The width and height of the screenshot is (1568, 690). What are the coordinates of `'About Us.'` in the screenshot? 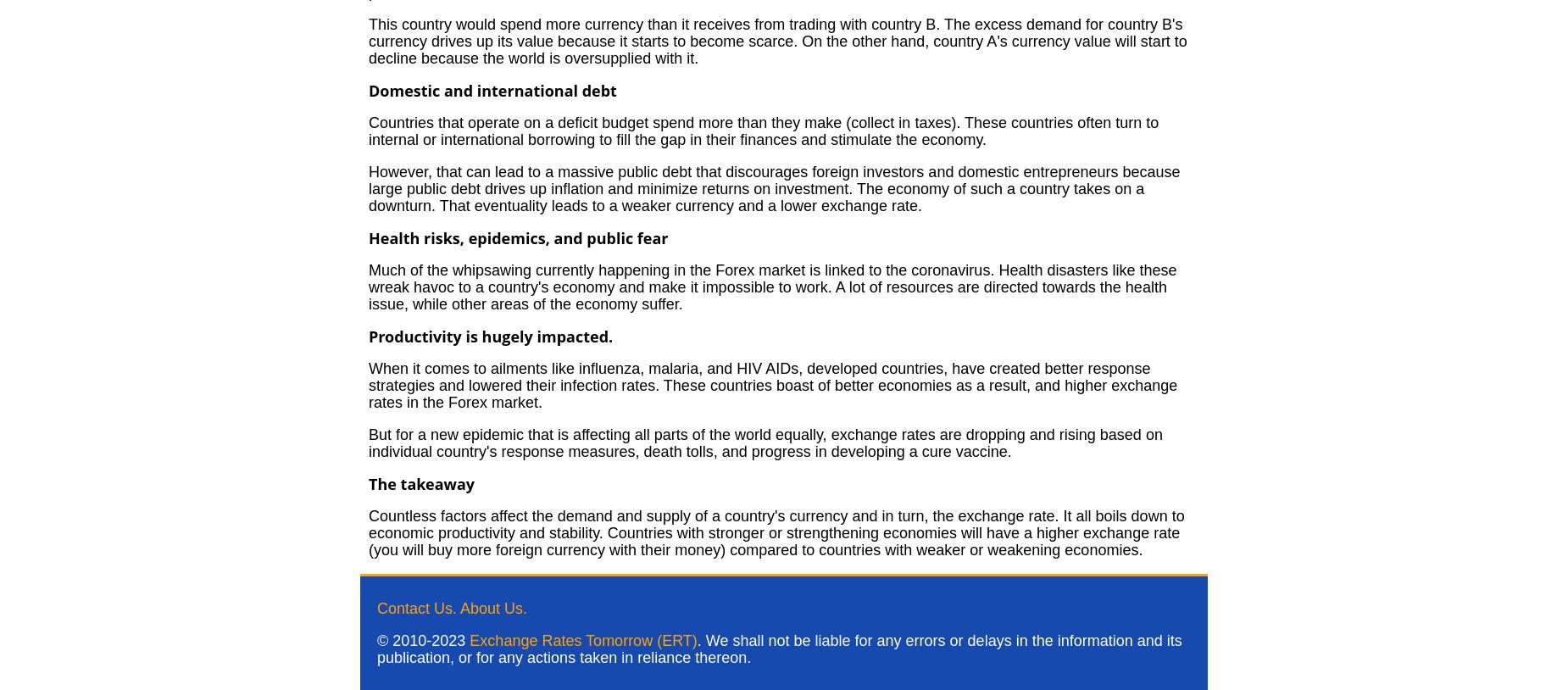 It's located at (493, 609).